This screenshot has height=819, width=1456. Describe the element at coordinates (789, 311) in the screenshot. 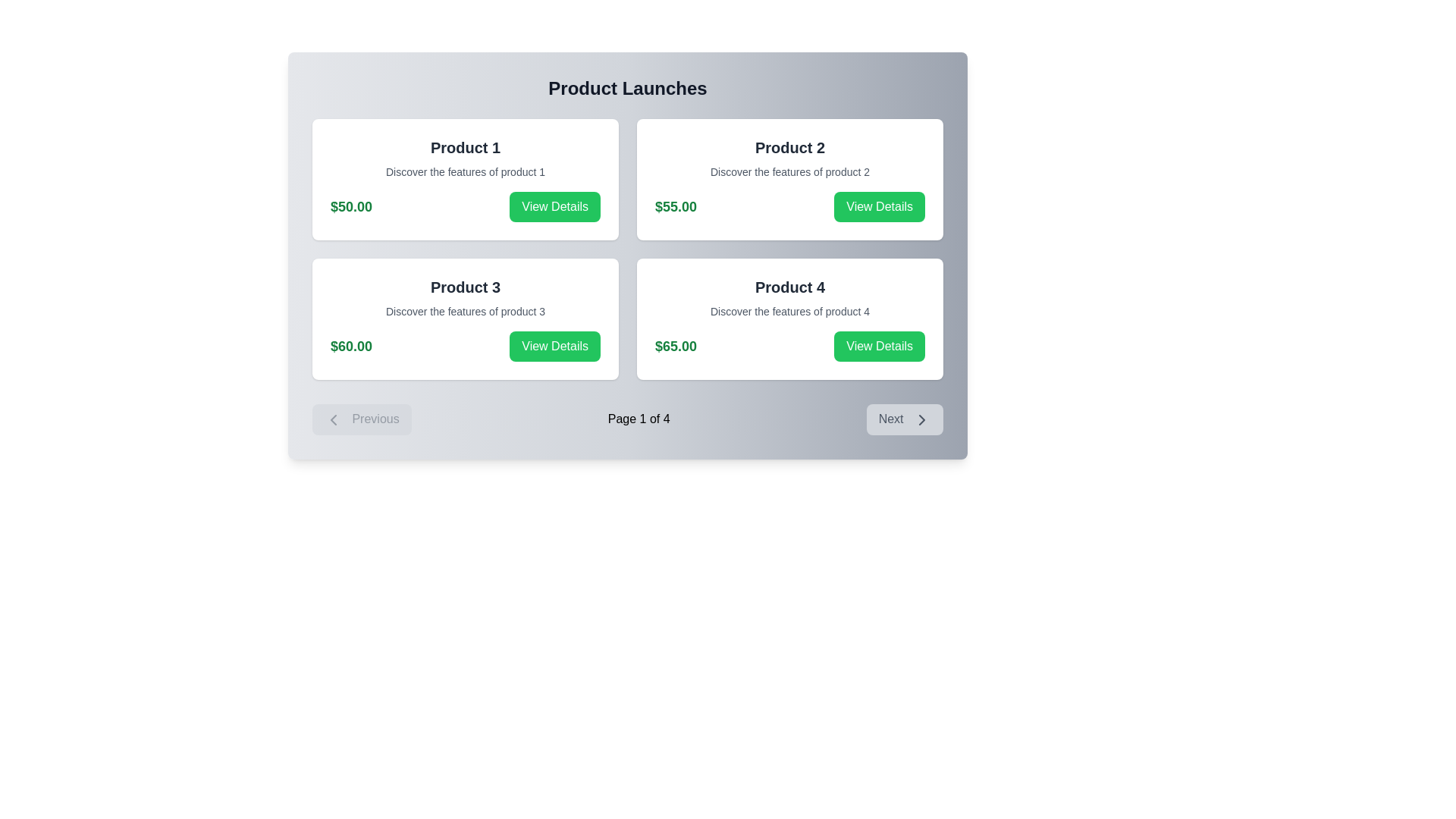

I see `the text label that says 'Discover the features of product 4', which is styled in a small gray font and is positioned below the 'Product 4' header and above the price information` at that location.